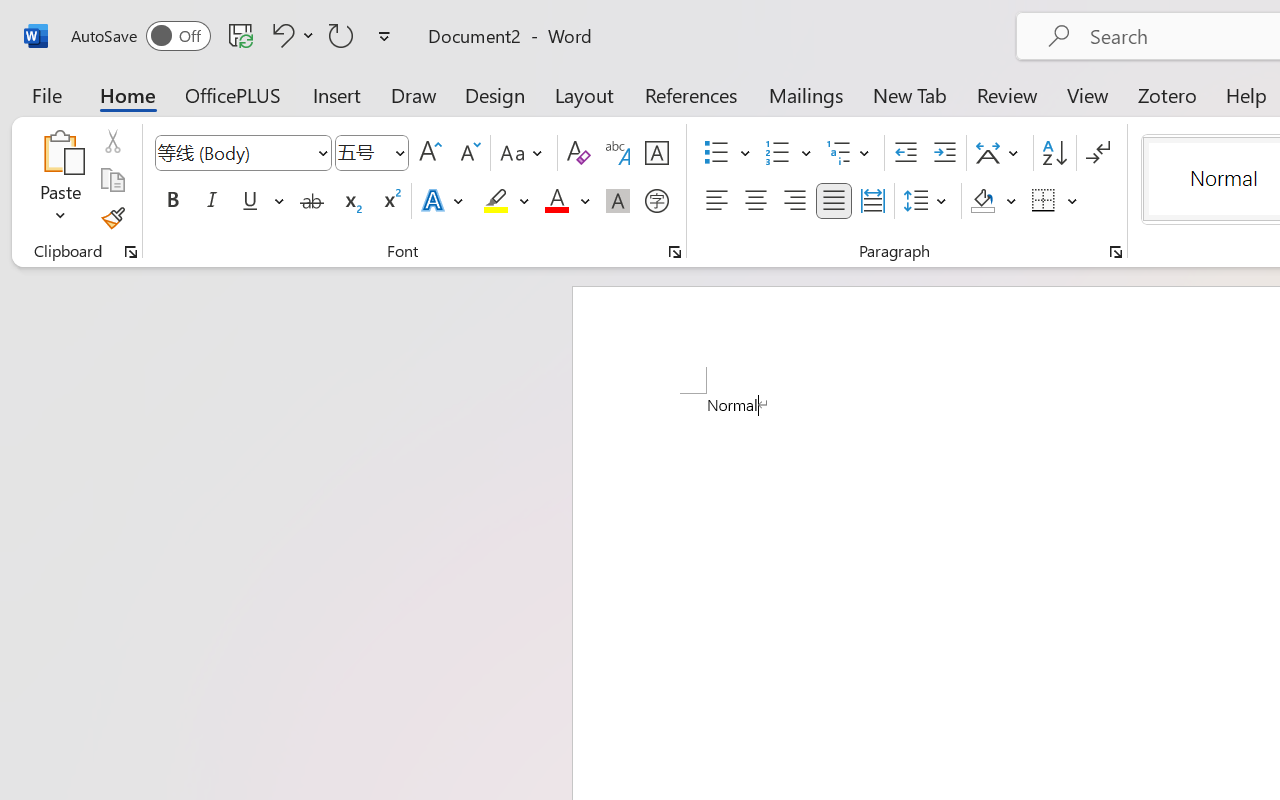 The width and height of the screenshot is (1280, 800). Describe the element at coordinates (111, 218) in the screenshot. I see `'Format Painter'` at that location.